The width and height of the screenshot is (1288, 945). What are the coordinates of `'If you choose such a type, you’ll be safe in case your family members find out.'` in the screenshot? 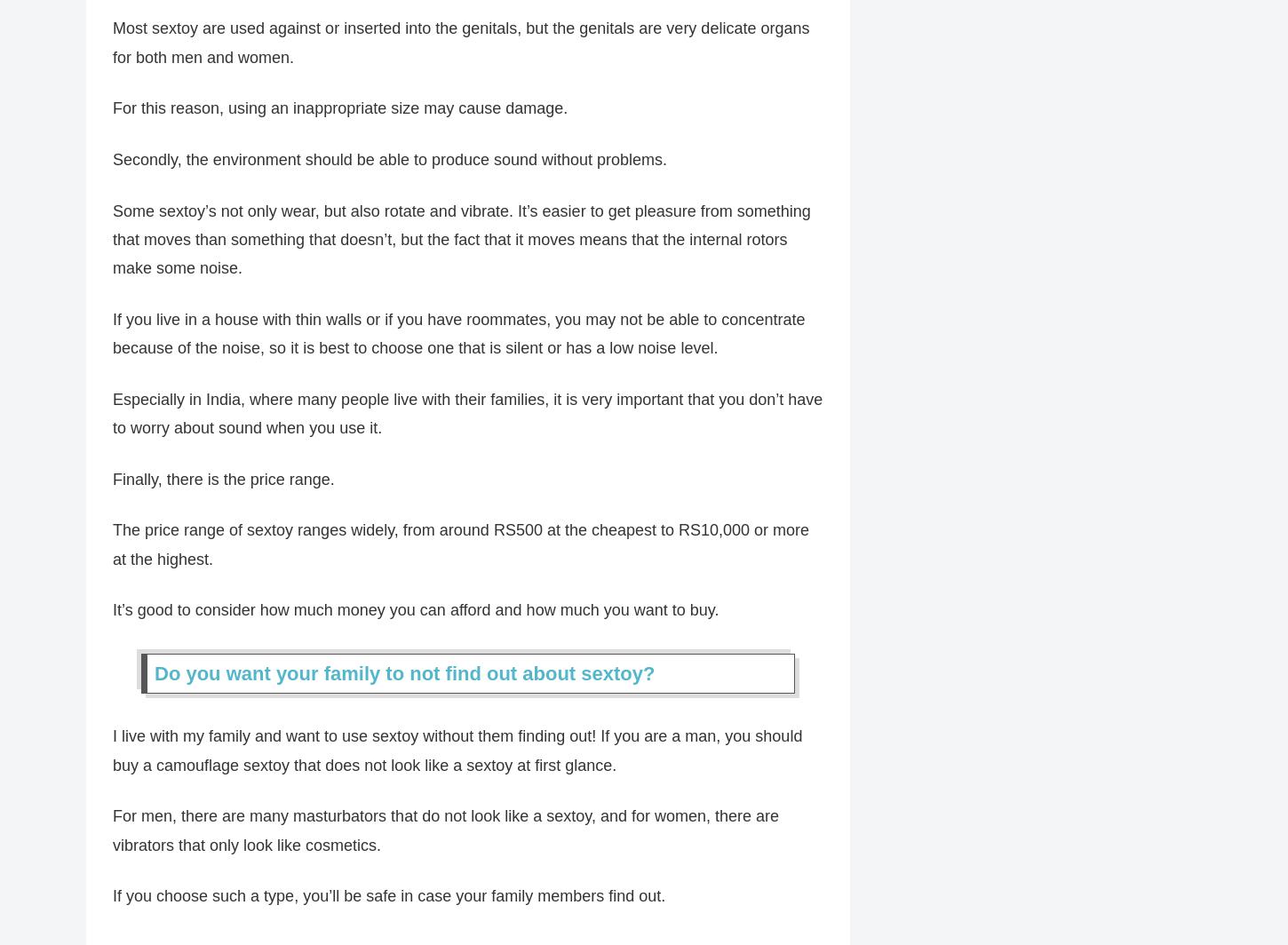 It's located at (388, 905).